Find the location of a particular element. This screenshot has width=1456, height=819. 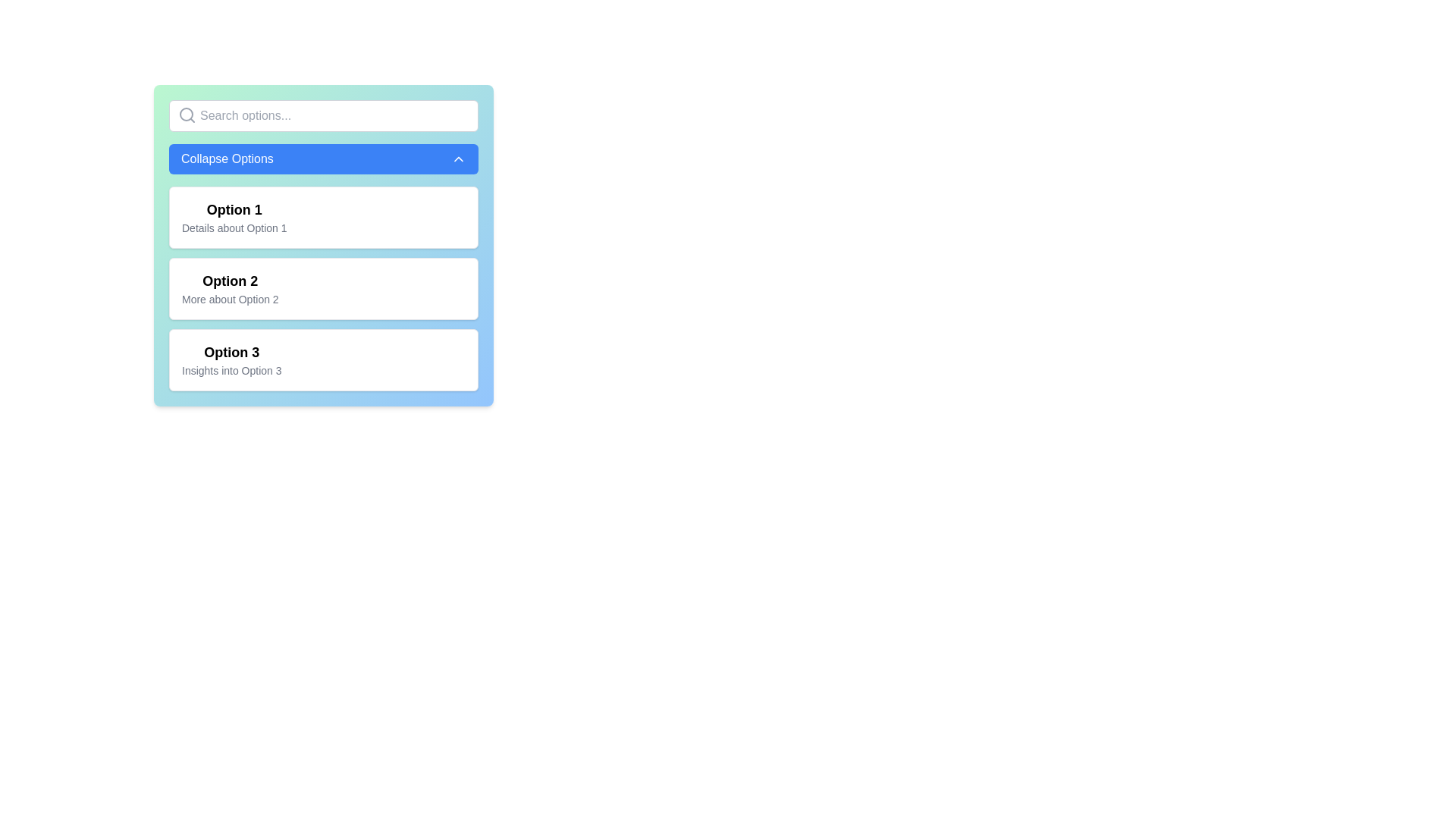

the icon on the 'Collapse Options' button is located at coordinates (457, 158).